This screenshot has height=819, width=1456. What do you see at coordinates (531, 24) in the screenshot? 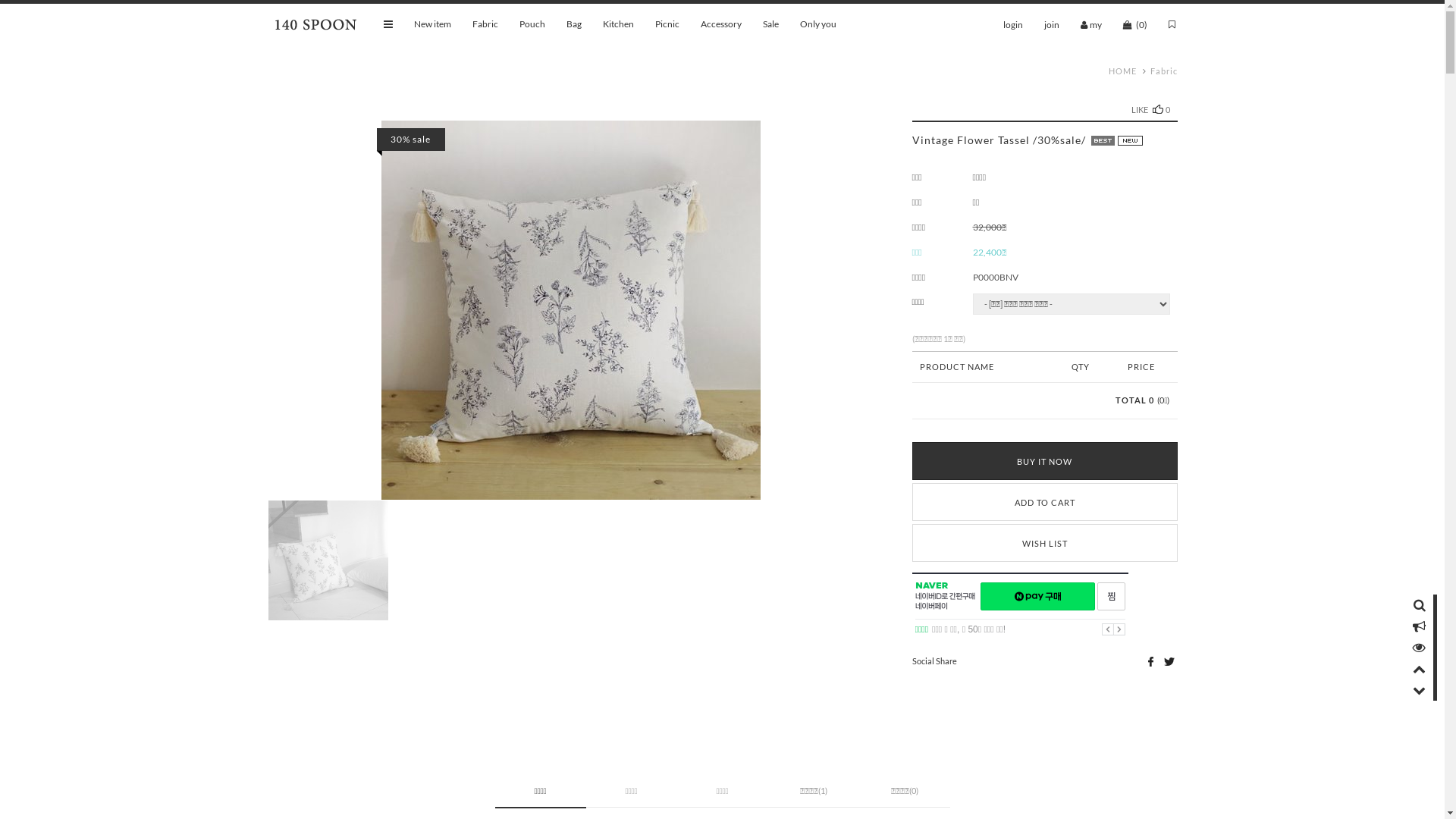
I see `'Pouch'` at bounding box center [531, 24].